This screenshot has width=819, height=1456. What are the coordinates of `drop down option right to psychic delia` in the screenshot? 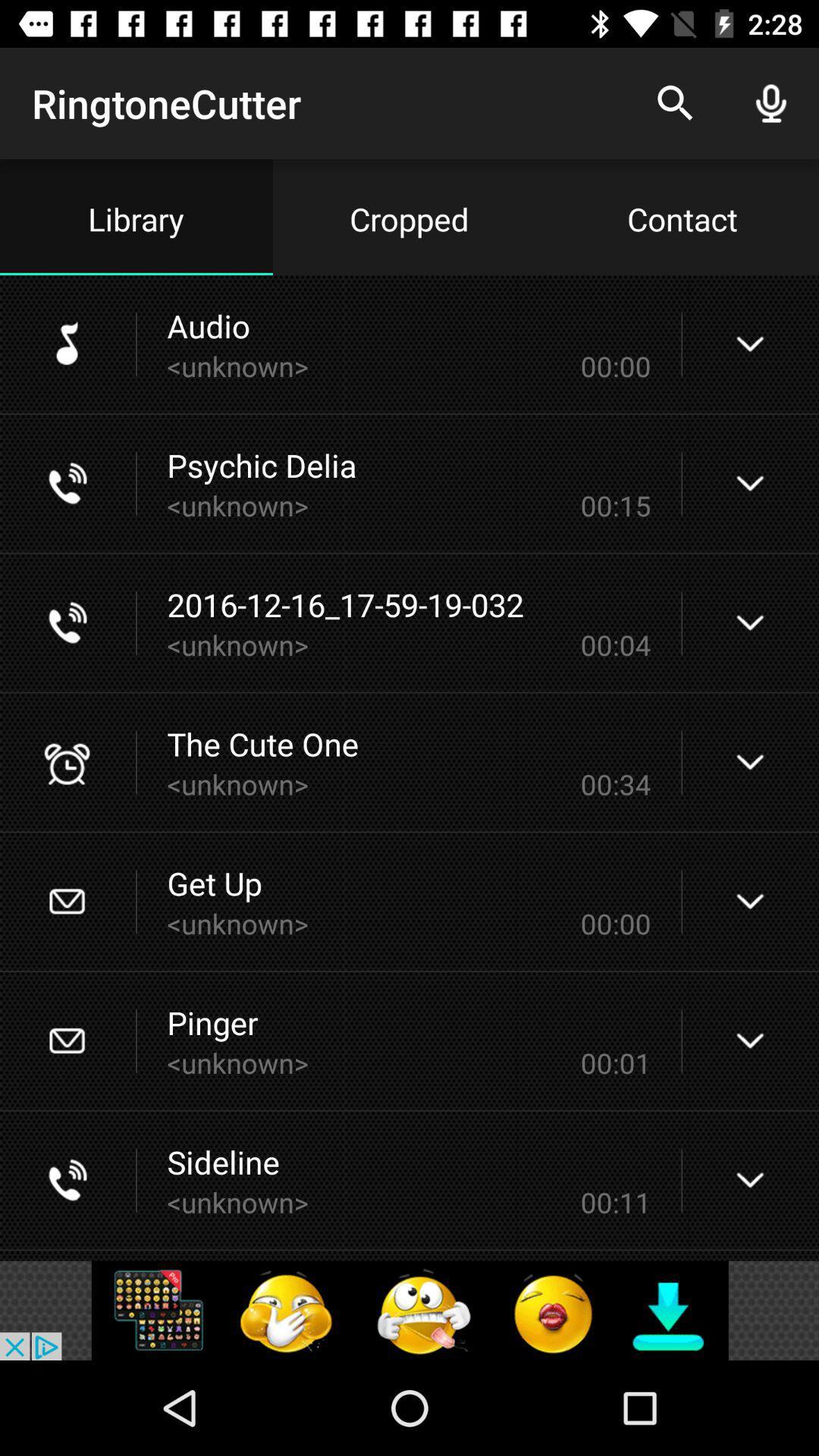 It's located at (751, 483).